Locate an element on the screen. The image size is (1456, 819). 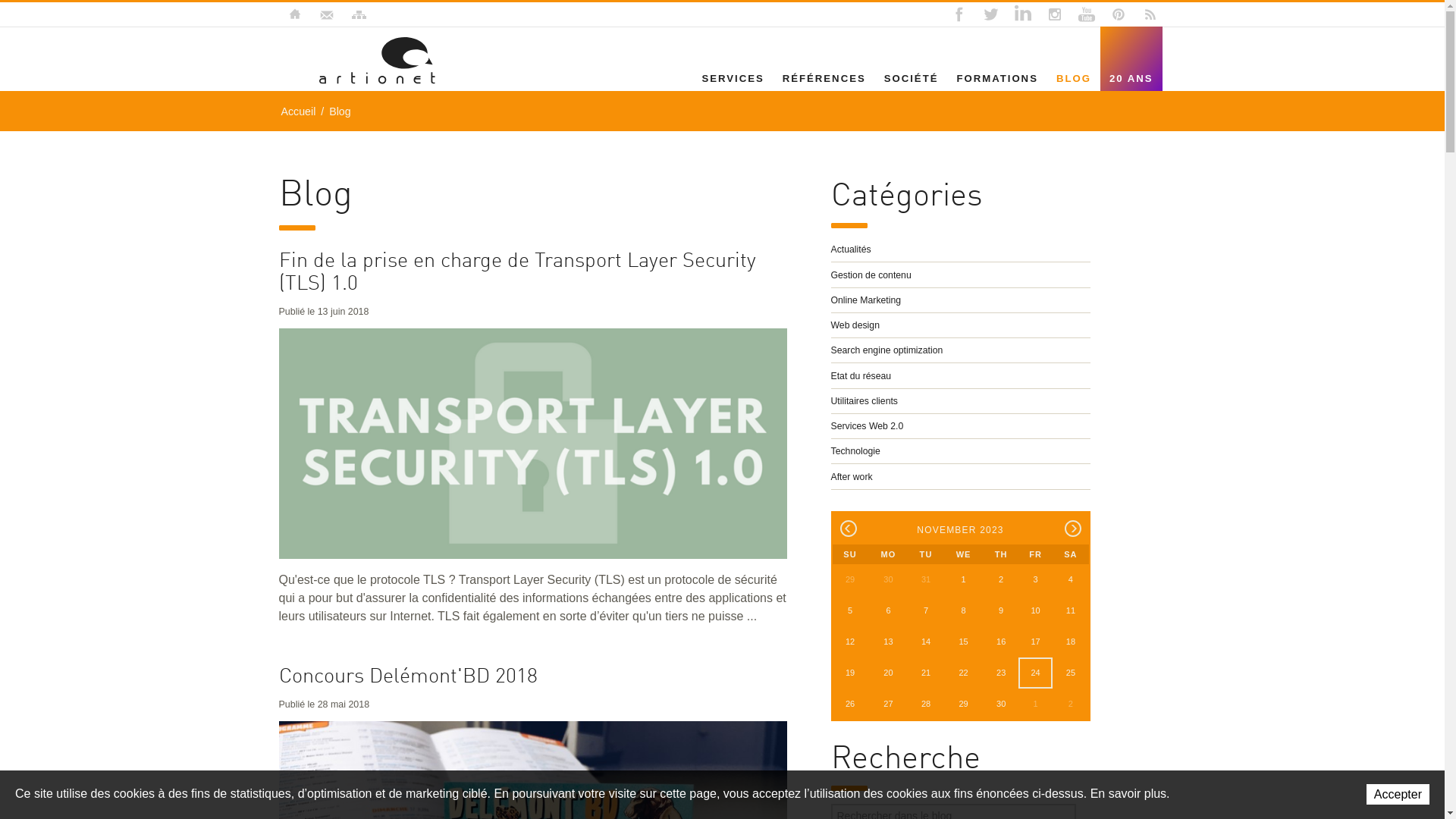
'NEXT' is located at coordinates (1072, 528).